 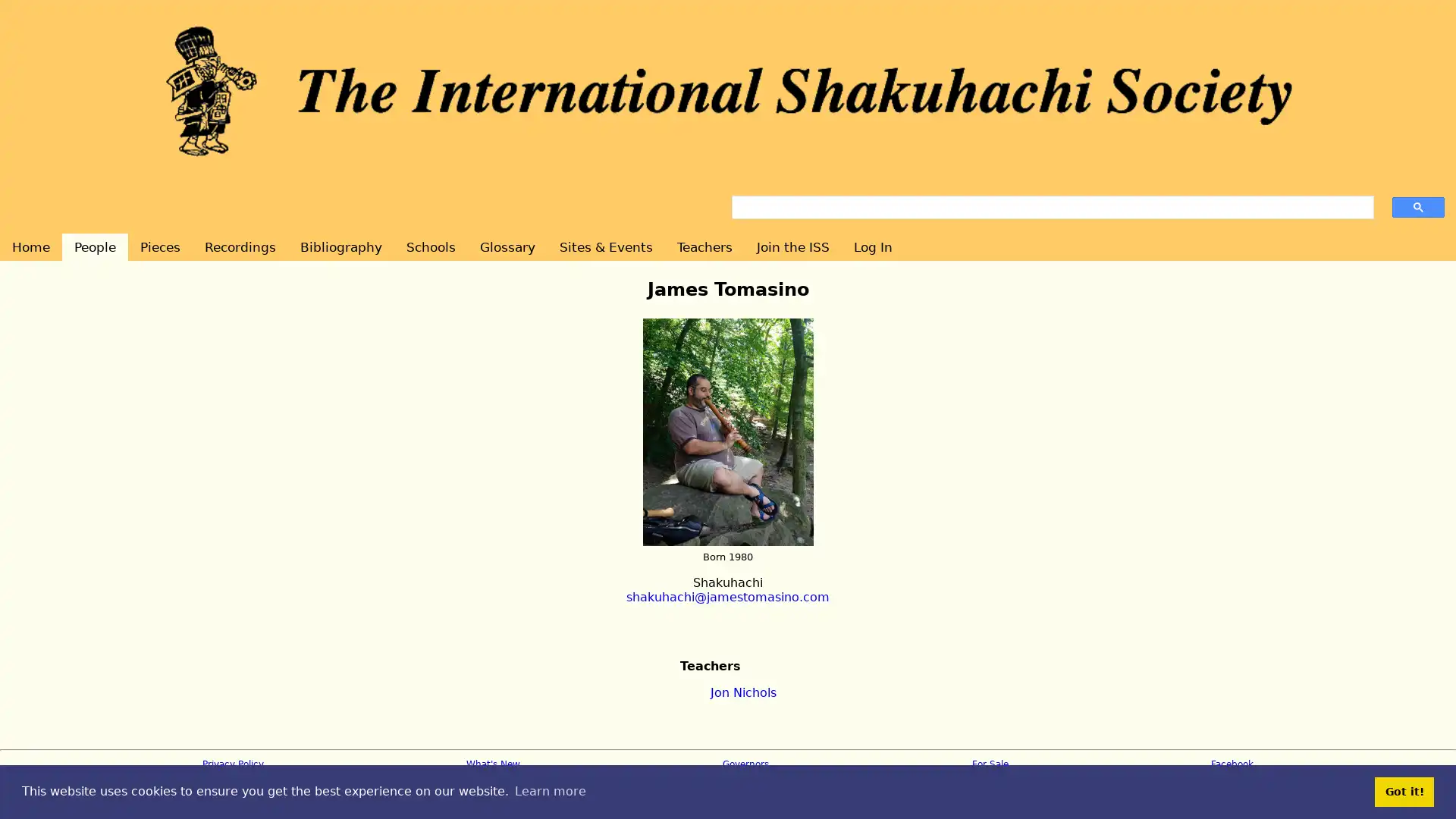 I want to click on learn more about cookies, so click(x=549, y=791).